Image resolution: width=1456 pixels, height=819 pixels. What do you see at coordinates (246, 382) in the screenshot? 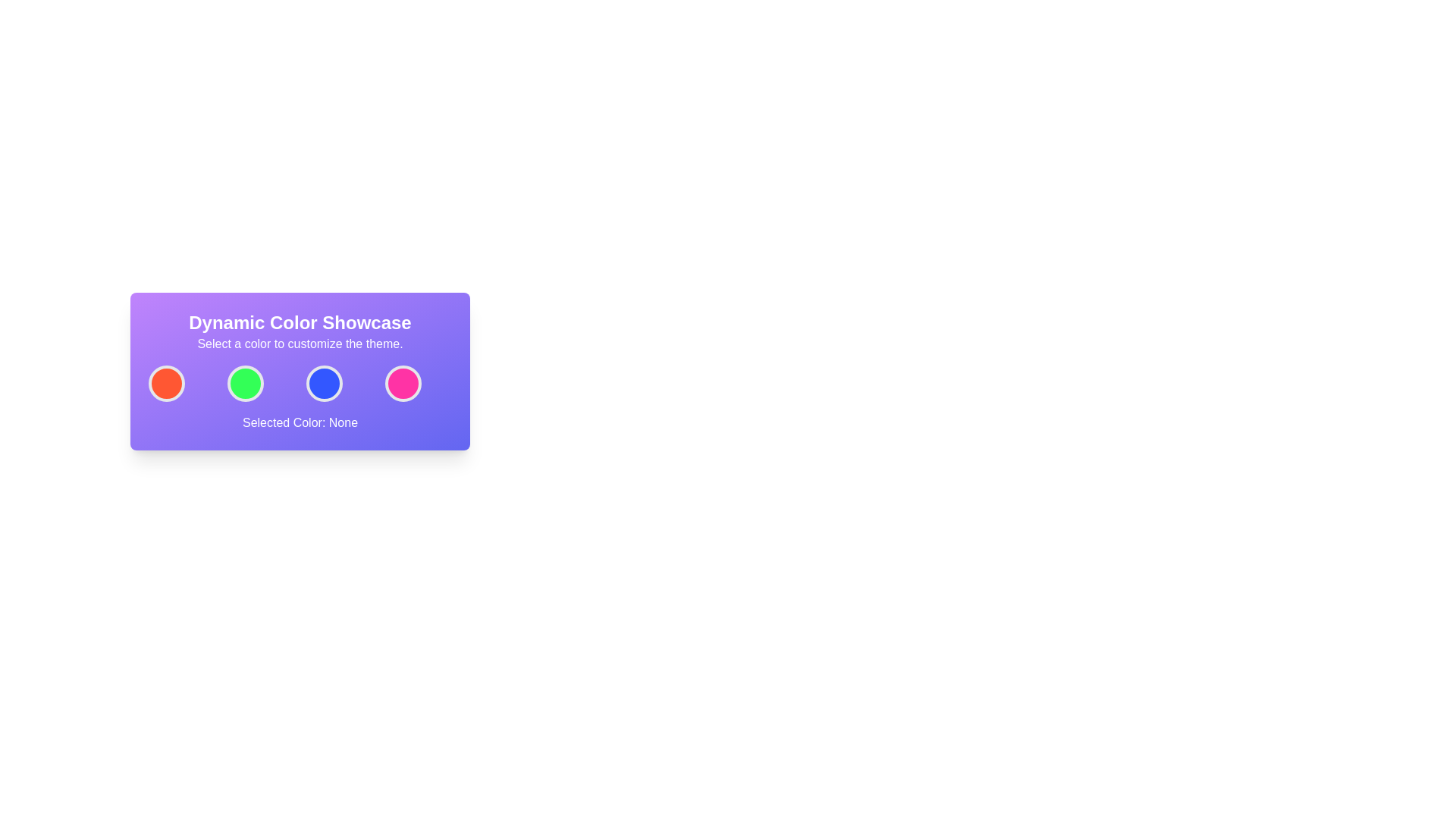
I see `the second button in the row of four buttons located below the title 'Dynamic Color Showcase'` at bounding box center [246, 382].